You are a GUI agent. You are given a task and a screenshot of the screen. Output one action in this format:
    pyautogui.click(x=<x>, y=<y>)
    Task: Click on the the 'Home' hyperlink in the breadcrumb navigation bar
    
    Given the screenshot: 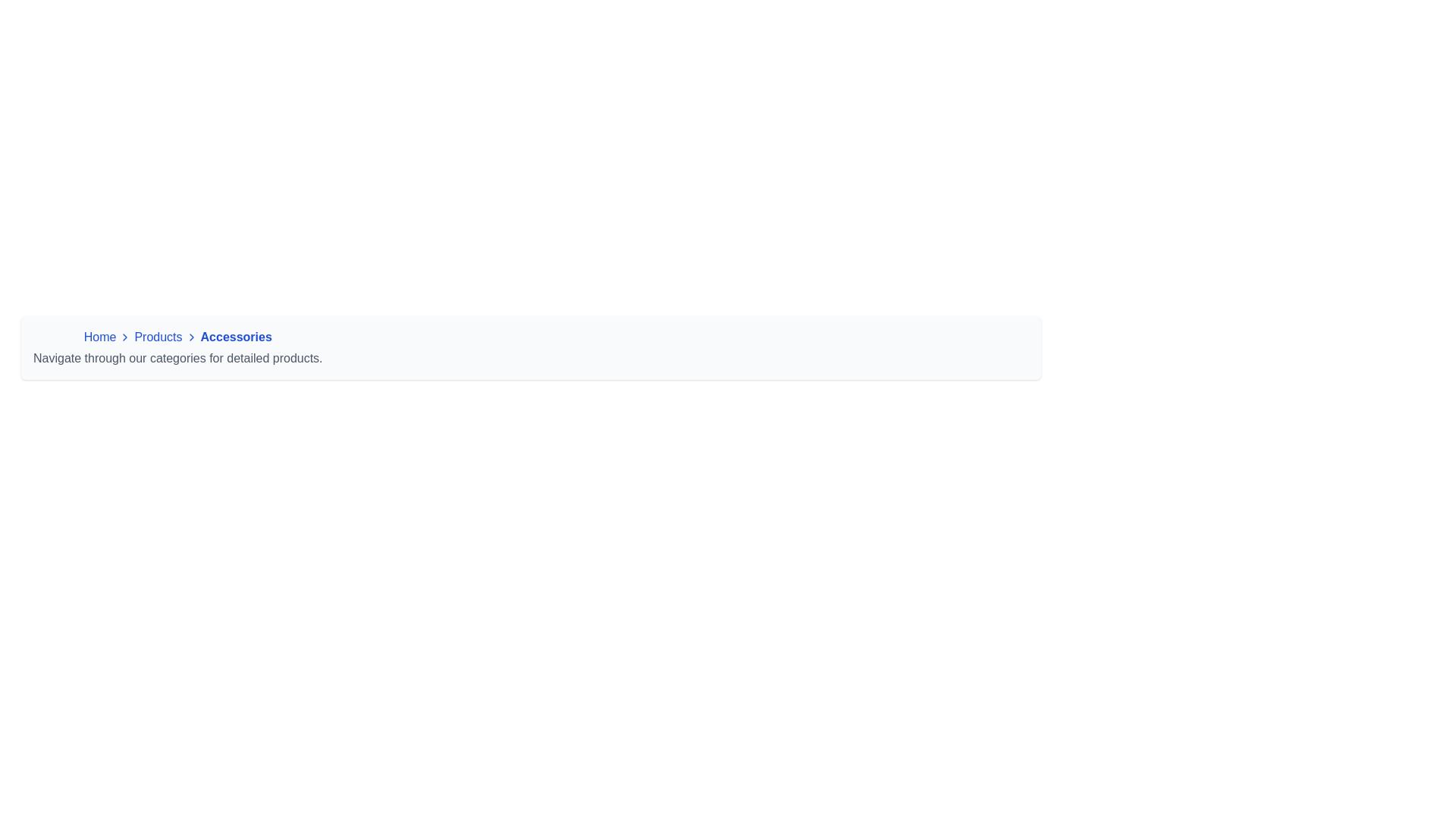 What is the action you would take?
    pyautogui.click(x=99, y=336)
    